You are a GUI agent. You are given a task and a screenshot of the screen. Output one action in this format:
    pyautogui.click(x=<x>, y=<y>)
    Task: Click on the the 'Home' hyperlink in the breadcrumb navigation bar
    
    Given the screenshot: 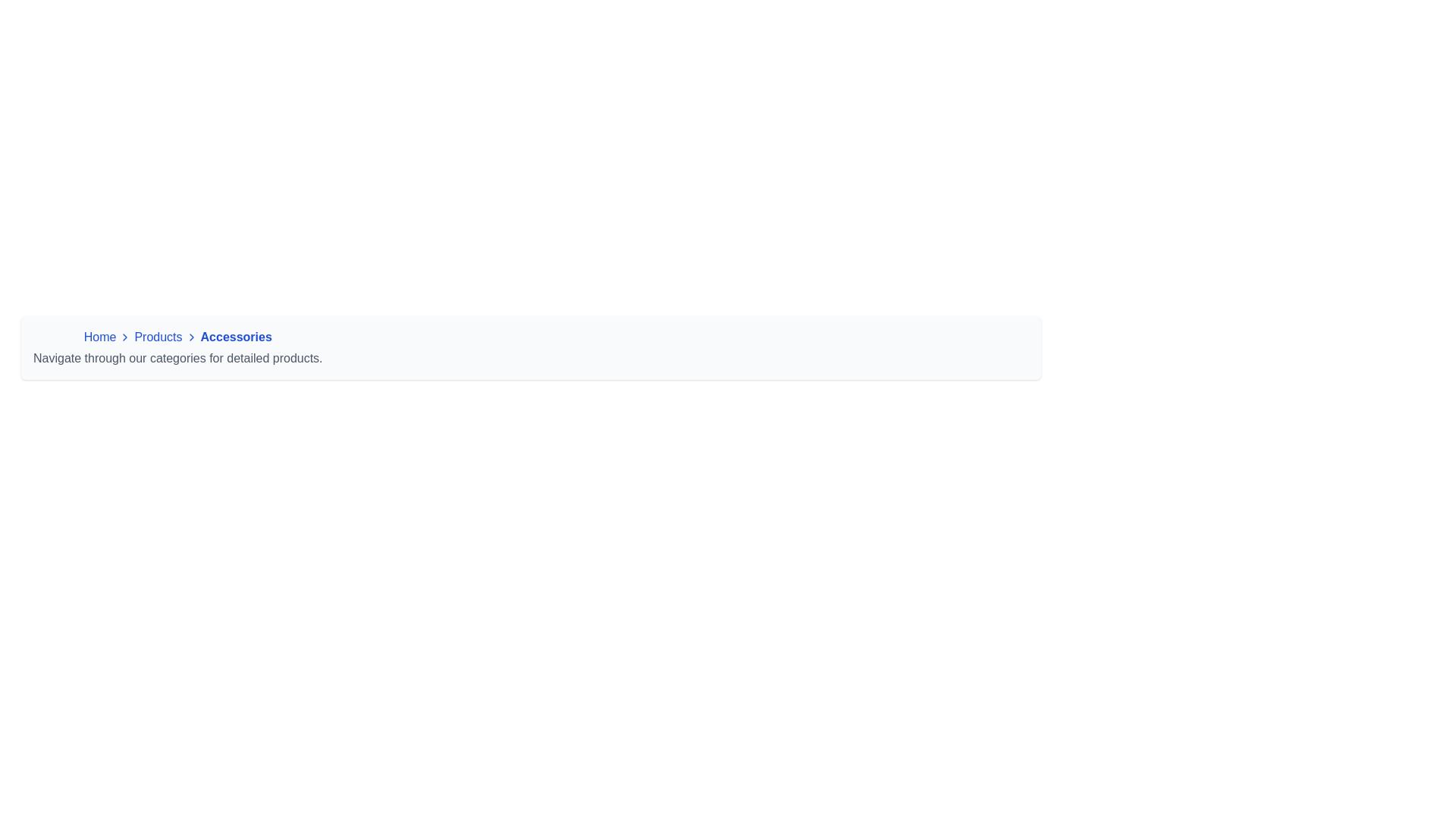 What is the action you would take?
    pyautogui.click(x=99, y=336)
    